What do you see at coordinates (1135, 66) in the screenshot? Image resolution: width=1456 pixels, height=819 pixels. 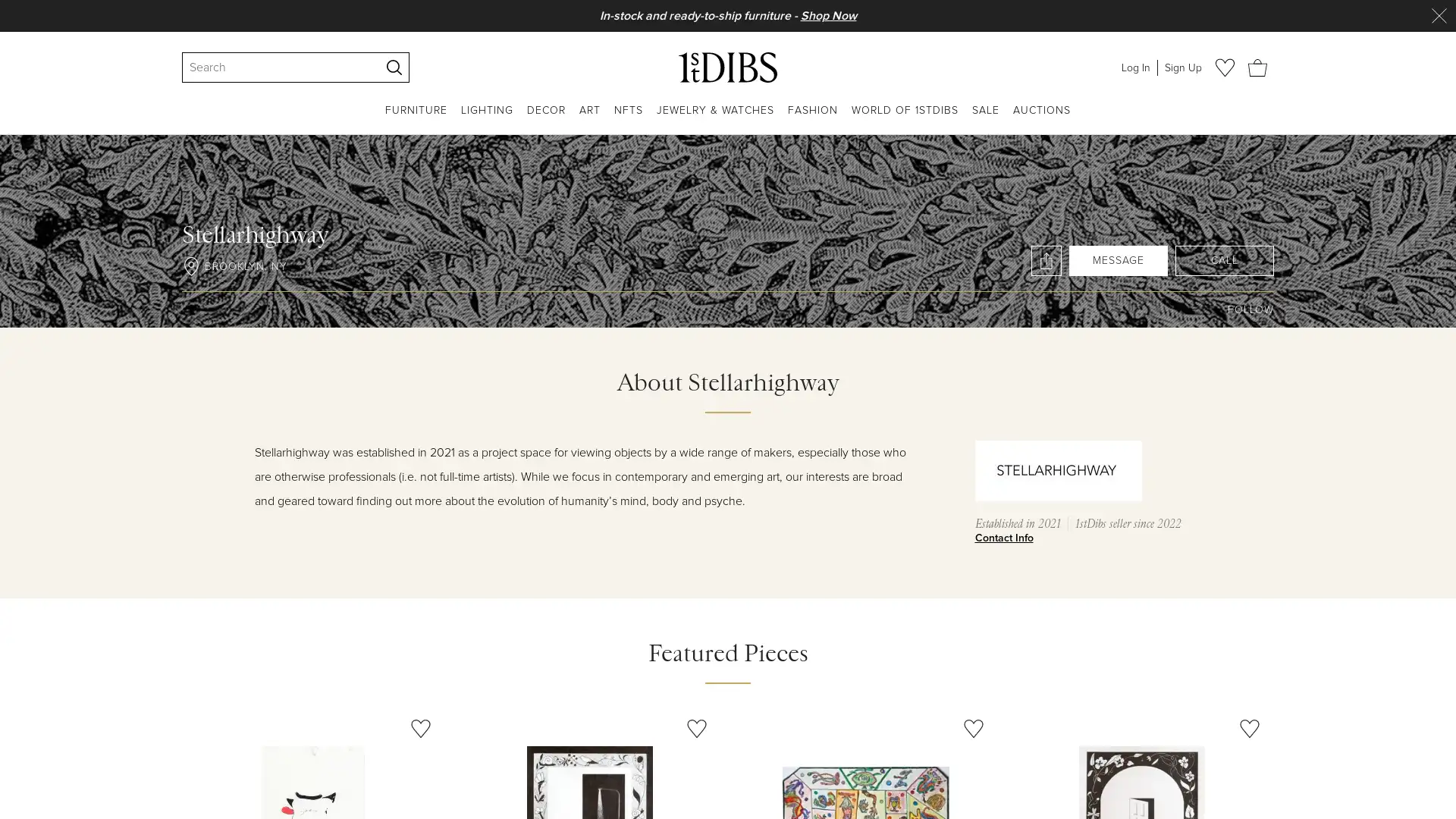 I see `Log In` at bounding box center [1135, 66].